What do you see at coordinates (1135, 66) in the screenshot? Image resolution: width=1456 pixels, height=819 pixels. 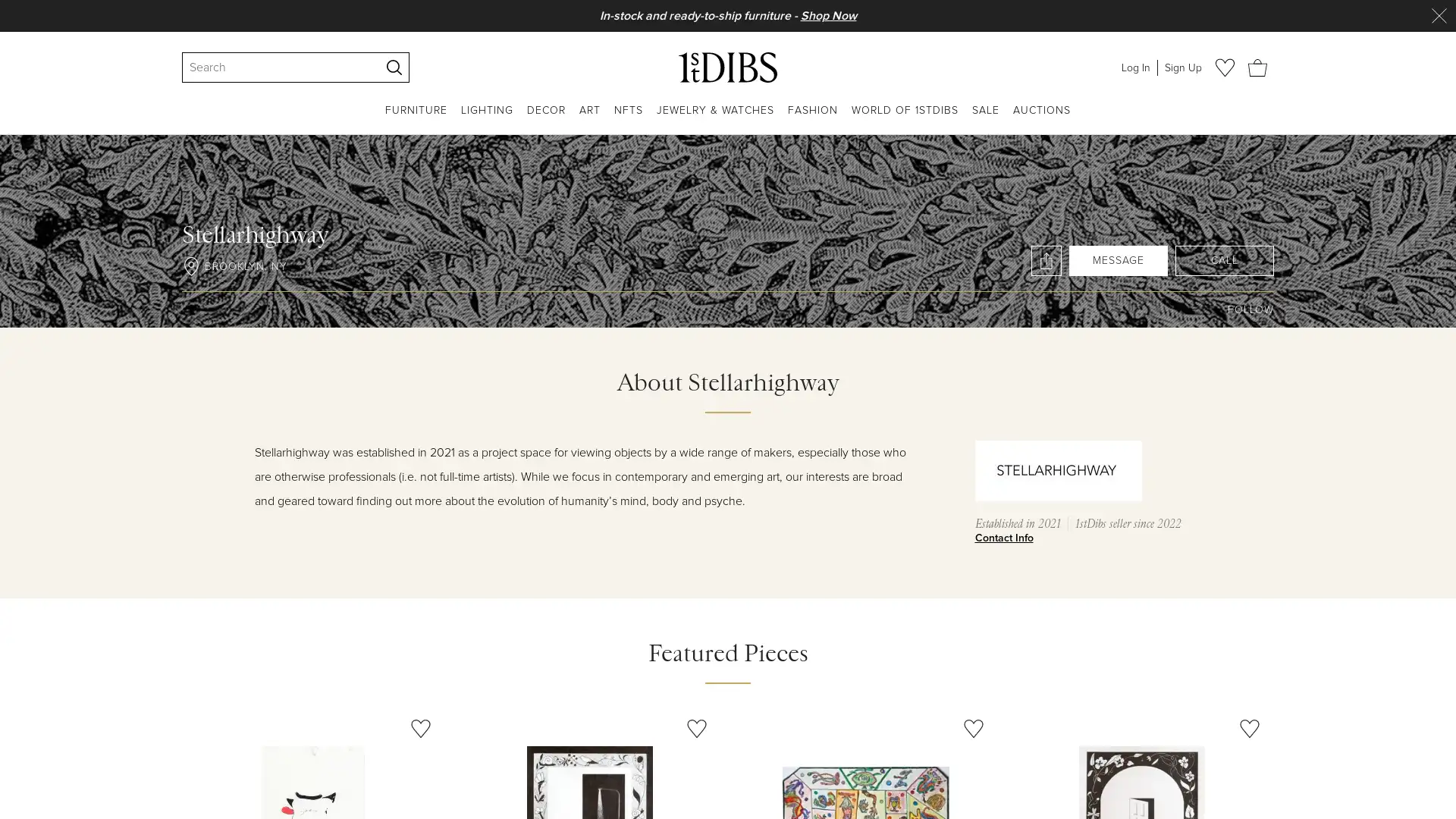 I see `Log In` at bounding box center [1135, 66].